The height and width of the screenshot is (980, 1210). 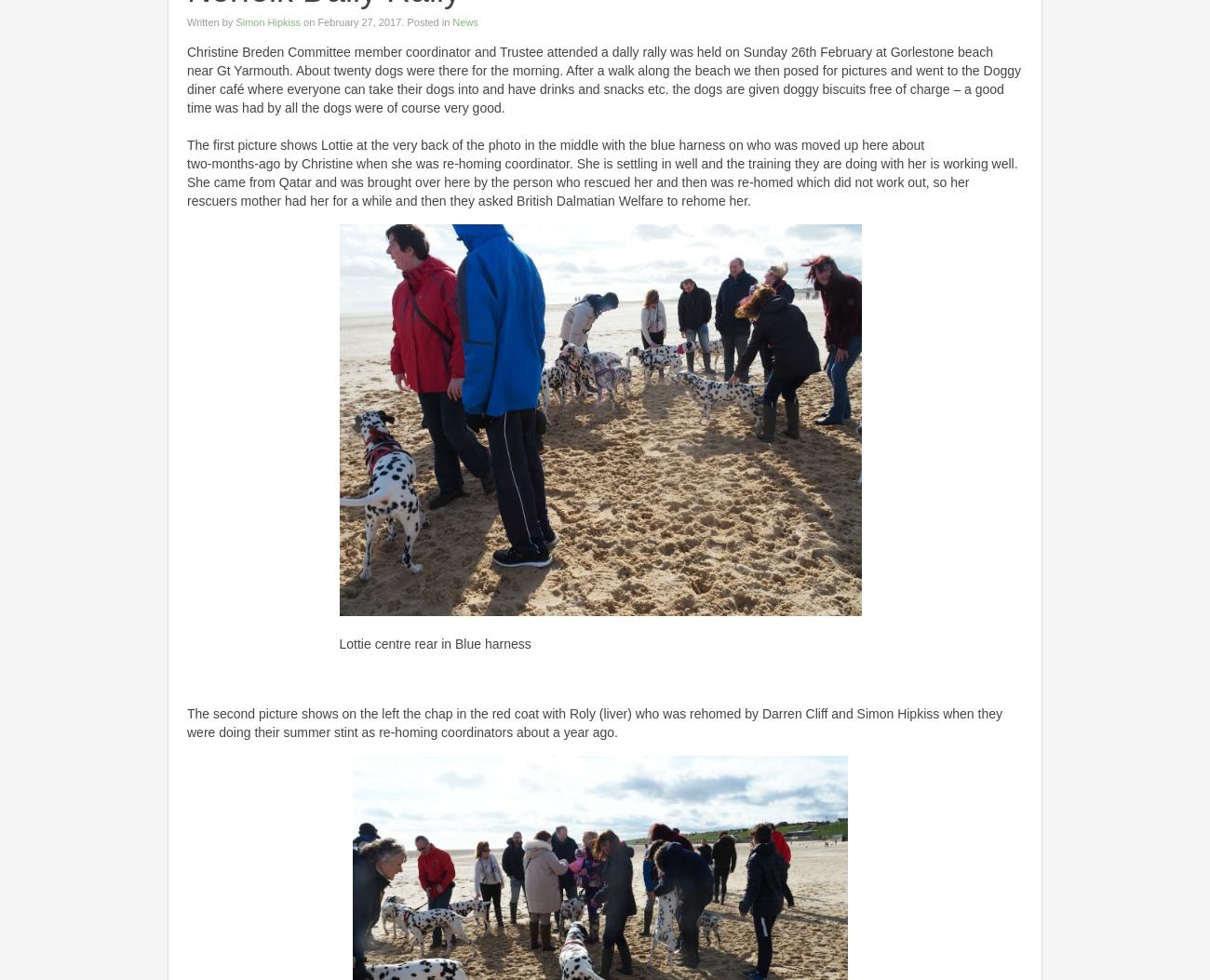 I want to click on 'Simon Hipkiss', so click(x=267, y=20).